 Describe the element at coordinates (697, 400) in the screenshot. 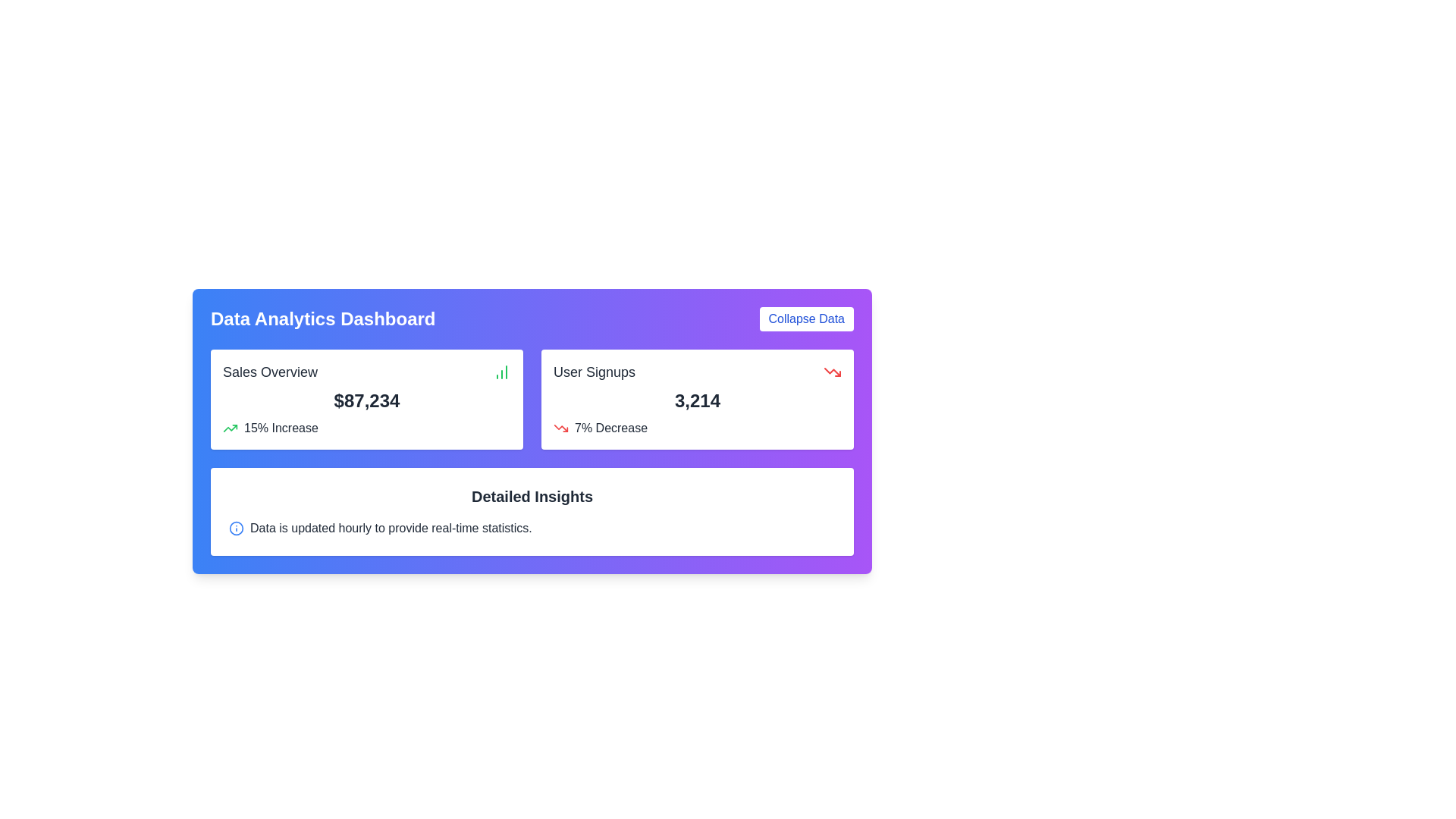

I see `the Static Text that displays the total number of user signups, located centrally within the 'User Signups' panel, below the title and above the '7% Decrease' label with a red downward trend icon` at that location.